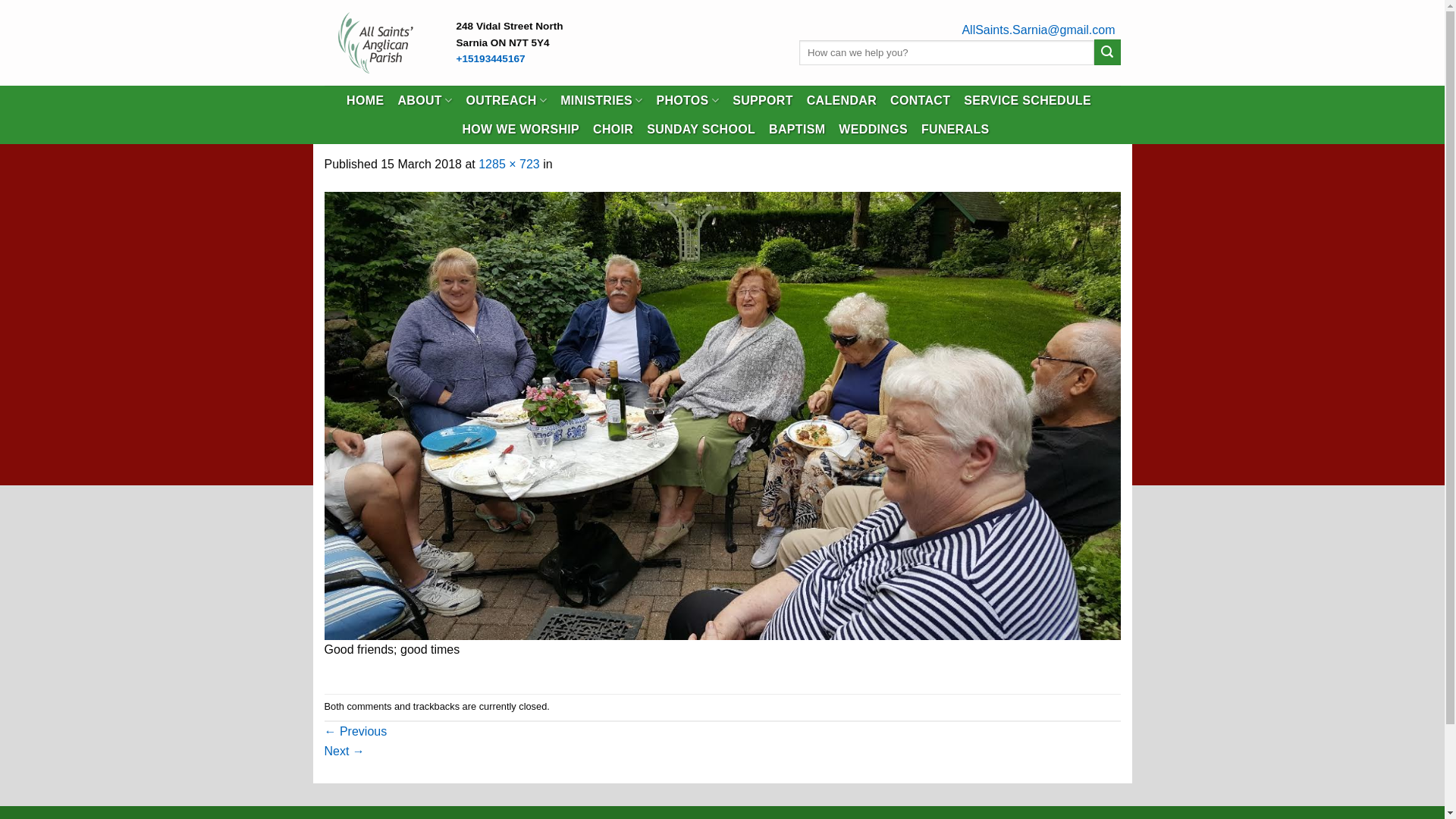  What do you see at coordinates (954, 128) in the screenshot?
I see `'FUNERALS'` at bounding box center [954, 128].